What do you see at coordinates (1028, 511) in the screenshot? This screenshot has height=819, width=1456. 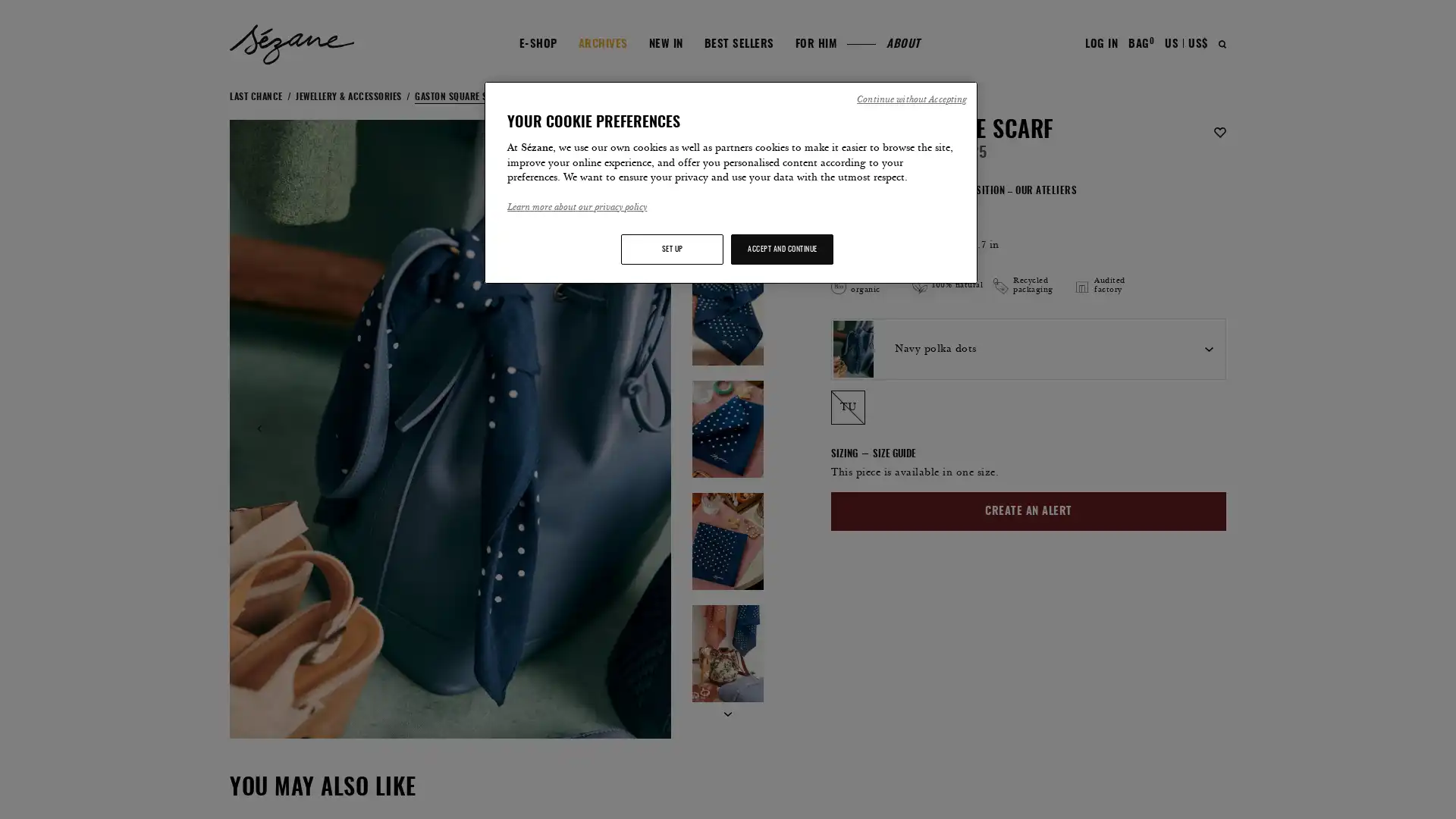 I see `CREATE AN ALERT` at bounding box center [1028, 511].